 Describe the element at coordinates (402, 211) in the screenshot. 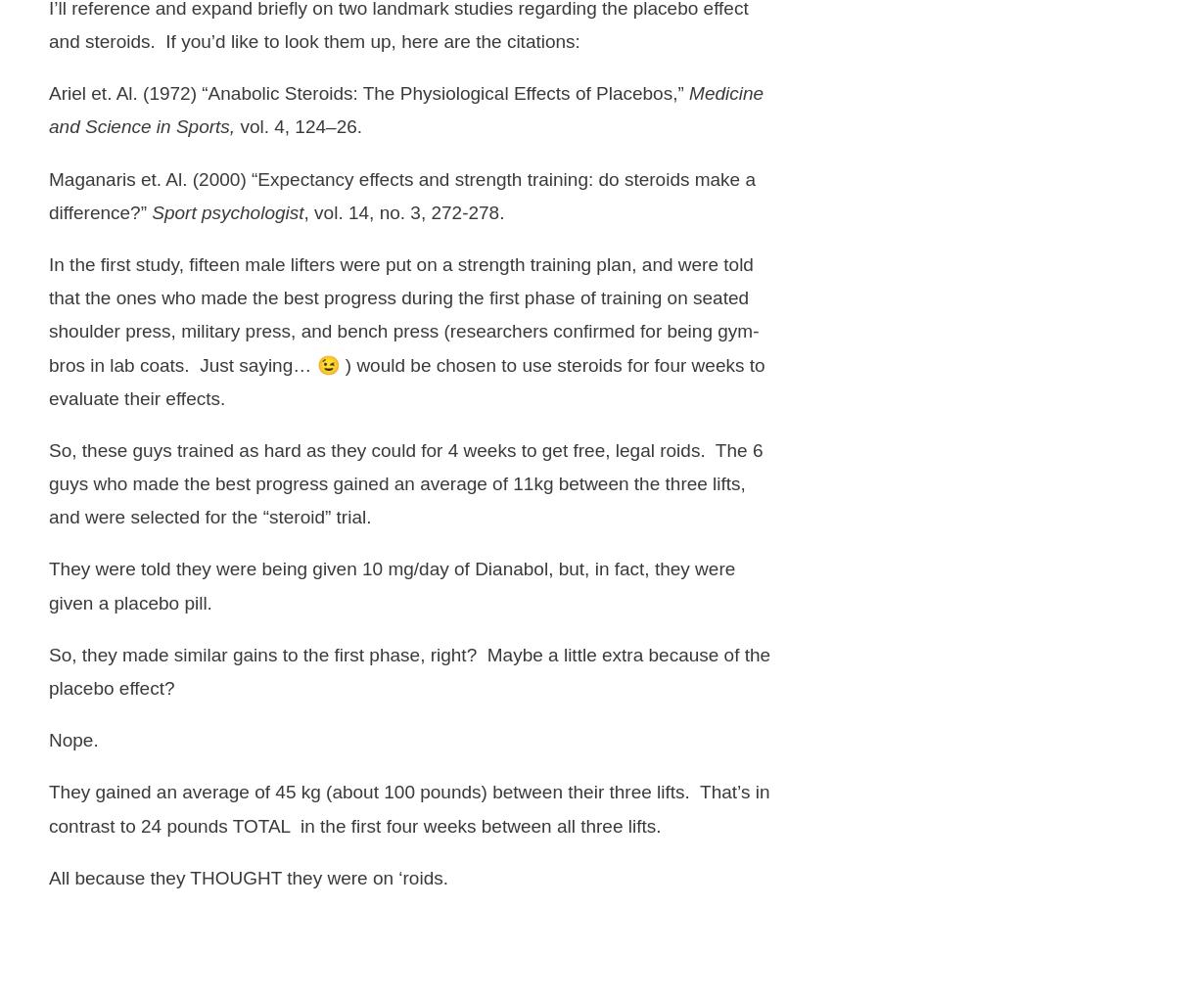

I see `', vol. 14, no. 3, 272-278.'` at that location.